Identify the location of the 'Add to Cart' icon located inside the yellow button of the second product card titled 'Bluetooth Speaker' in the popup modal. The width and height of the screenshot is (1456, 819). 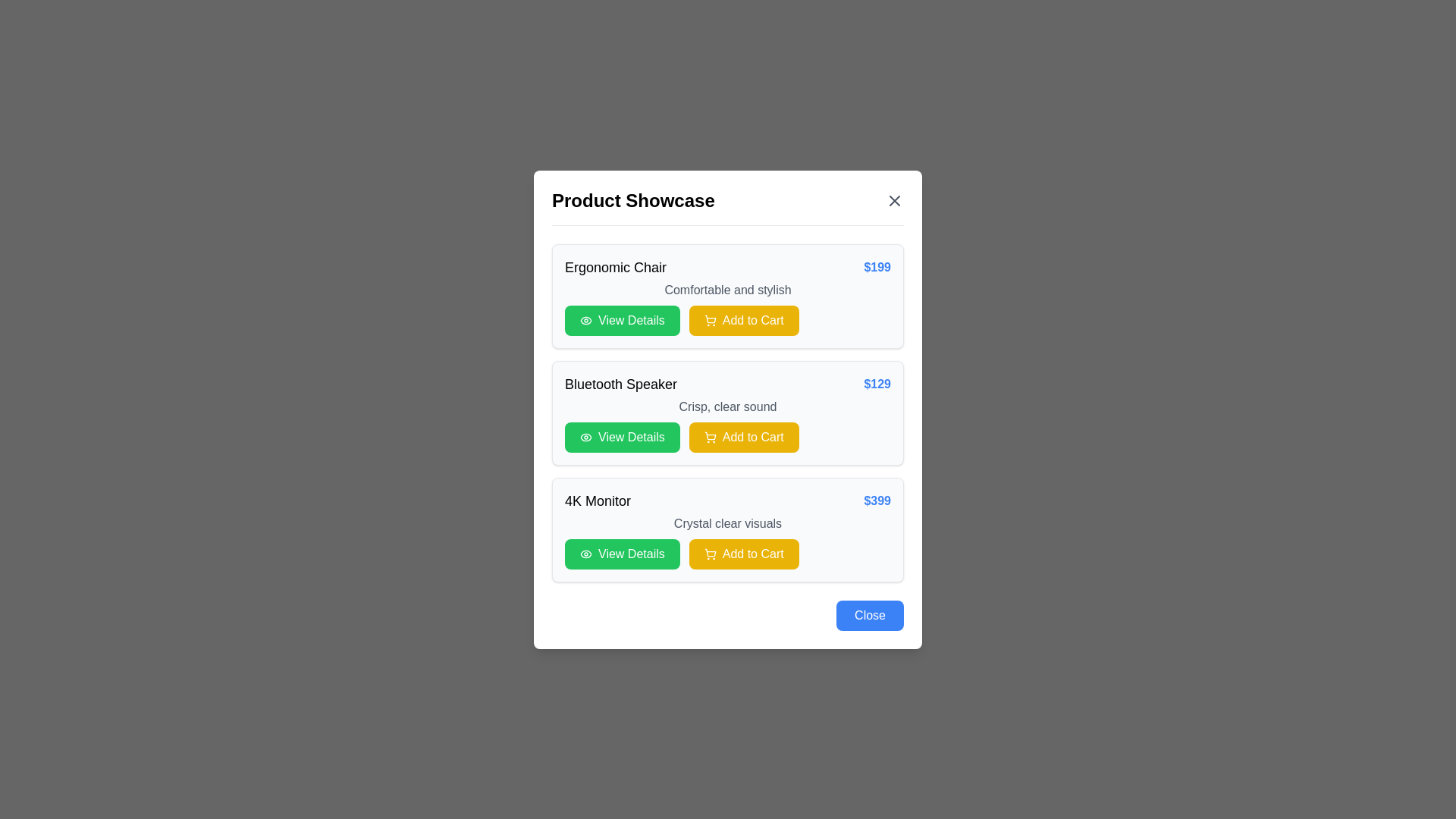
(709, 437).